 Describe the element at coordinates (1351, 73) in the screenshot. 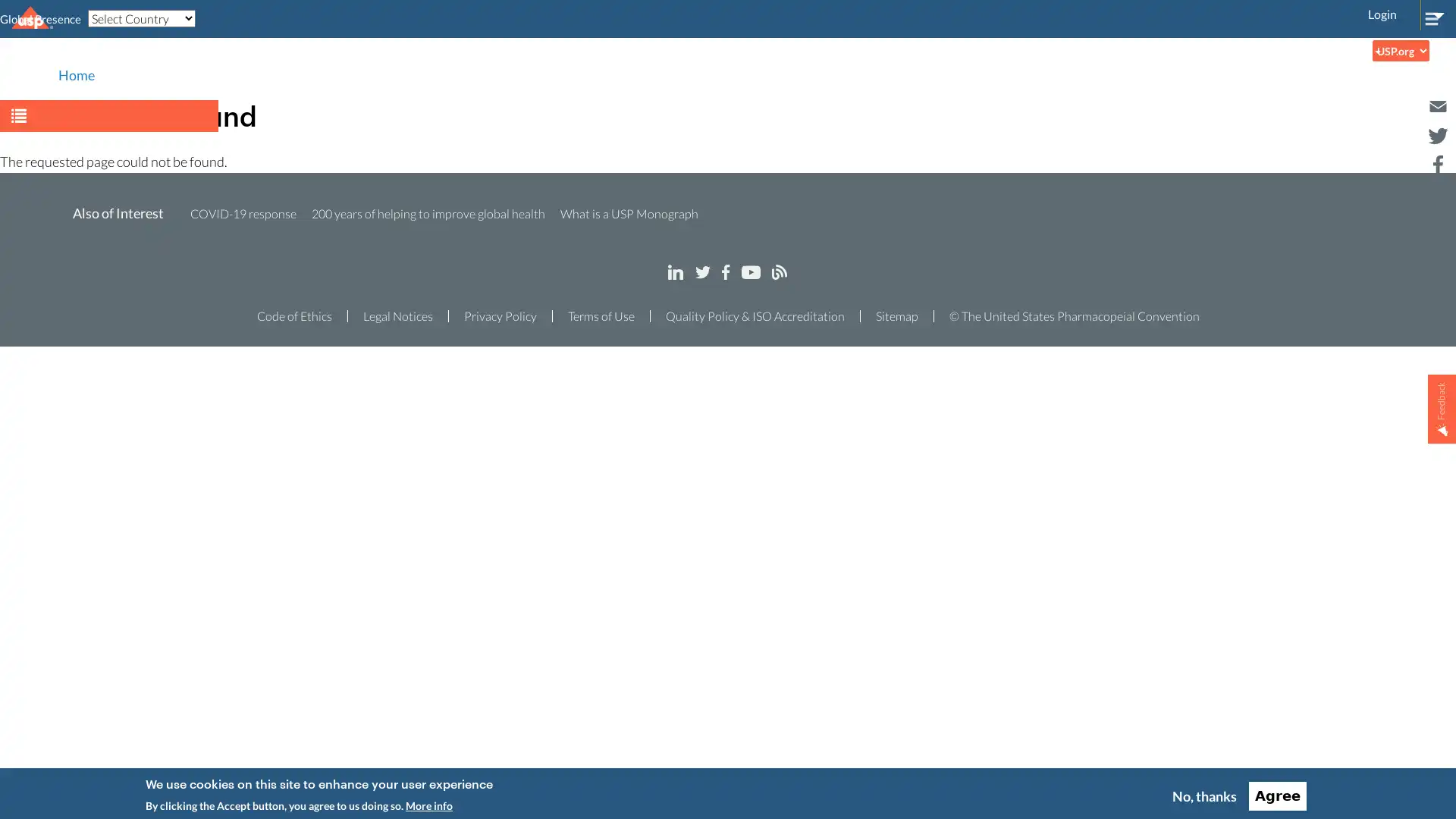

I see `Search` at that location.